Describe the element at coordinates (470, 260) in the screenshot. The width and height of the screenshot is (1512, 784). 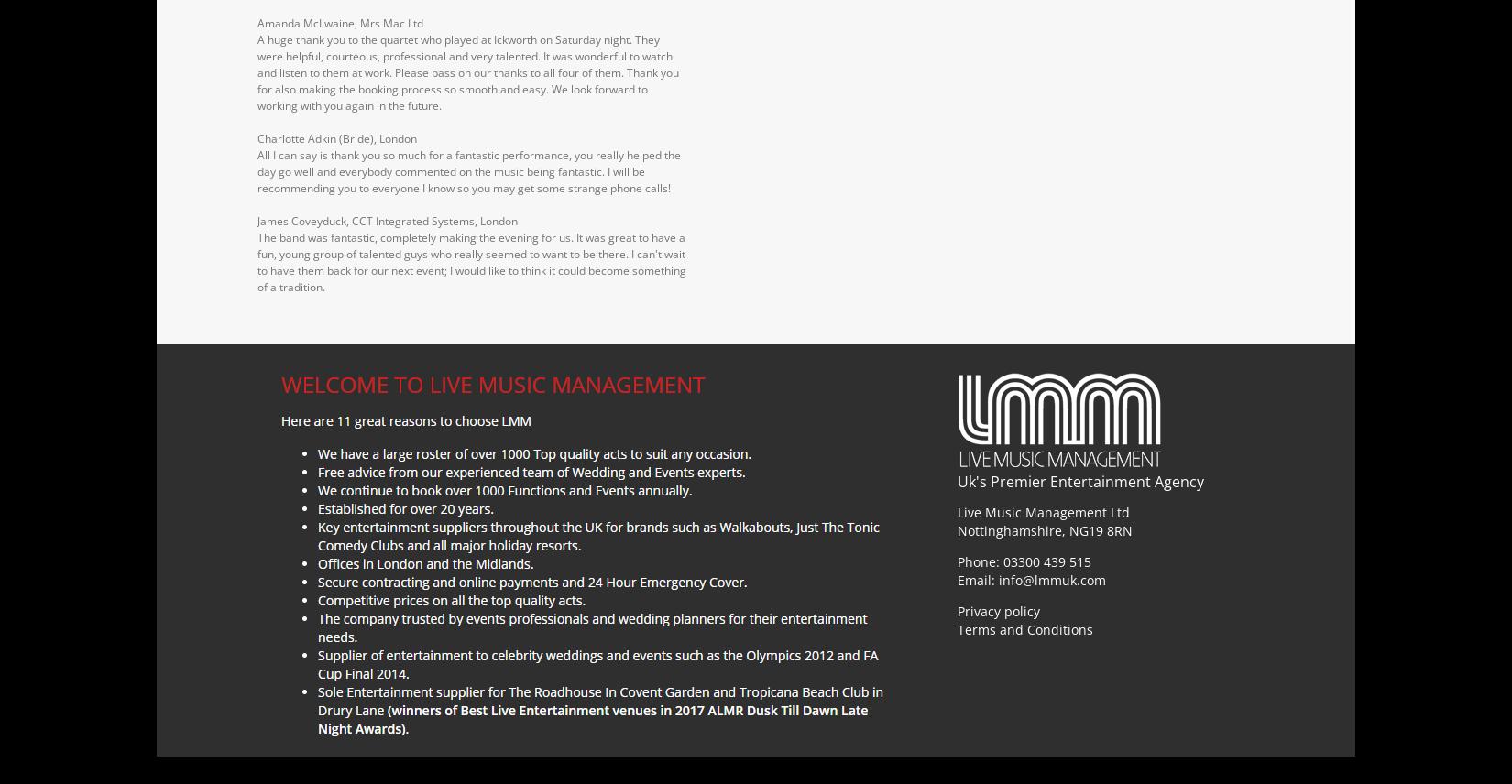
I see `'The band was fantastic, completely making the evening for us. It was great to have a fun, young group of talented guys who really seemed to want to be there. I can't wait to have them back for our next event; I would like to think it could become something of a tradition.'` at that location.